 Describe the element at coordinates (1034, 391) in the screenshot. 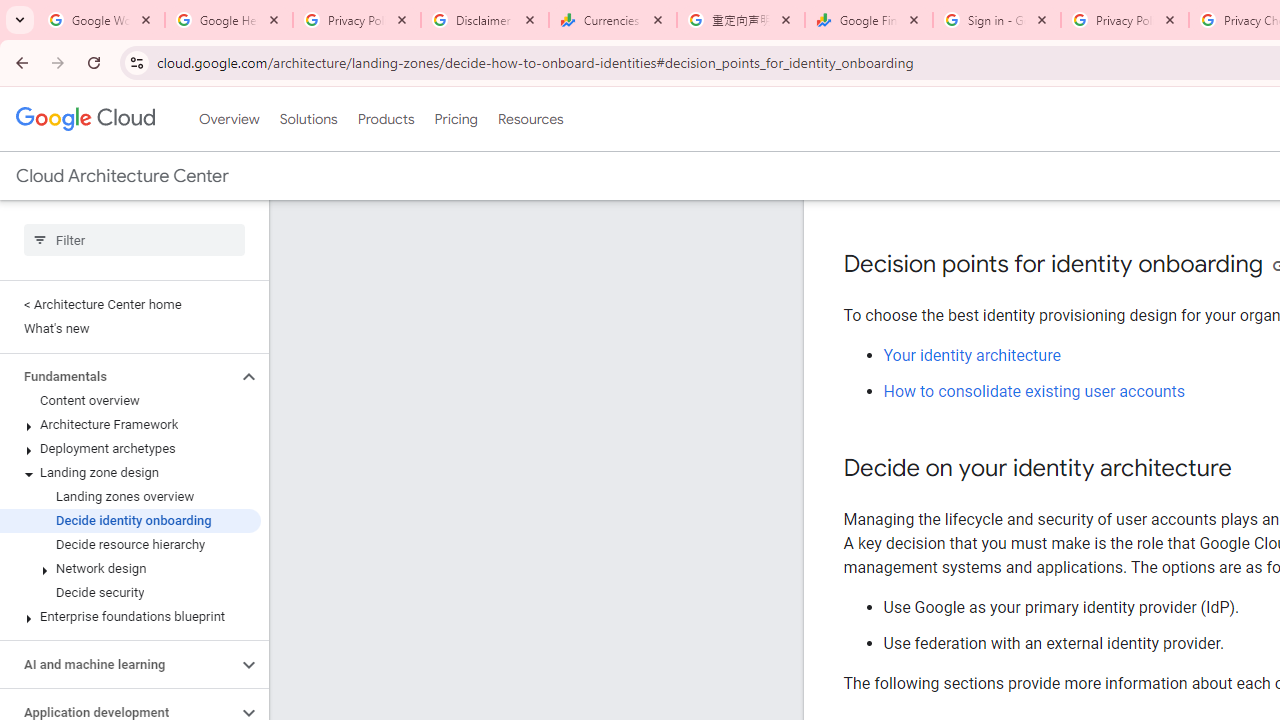

I see `'How to consolidate existing user accounts'` at that location.